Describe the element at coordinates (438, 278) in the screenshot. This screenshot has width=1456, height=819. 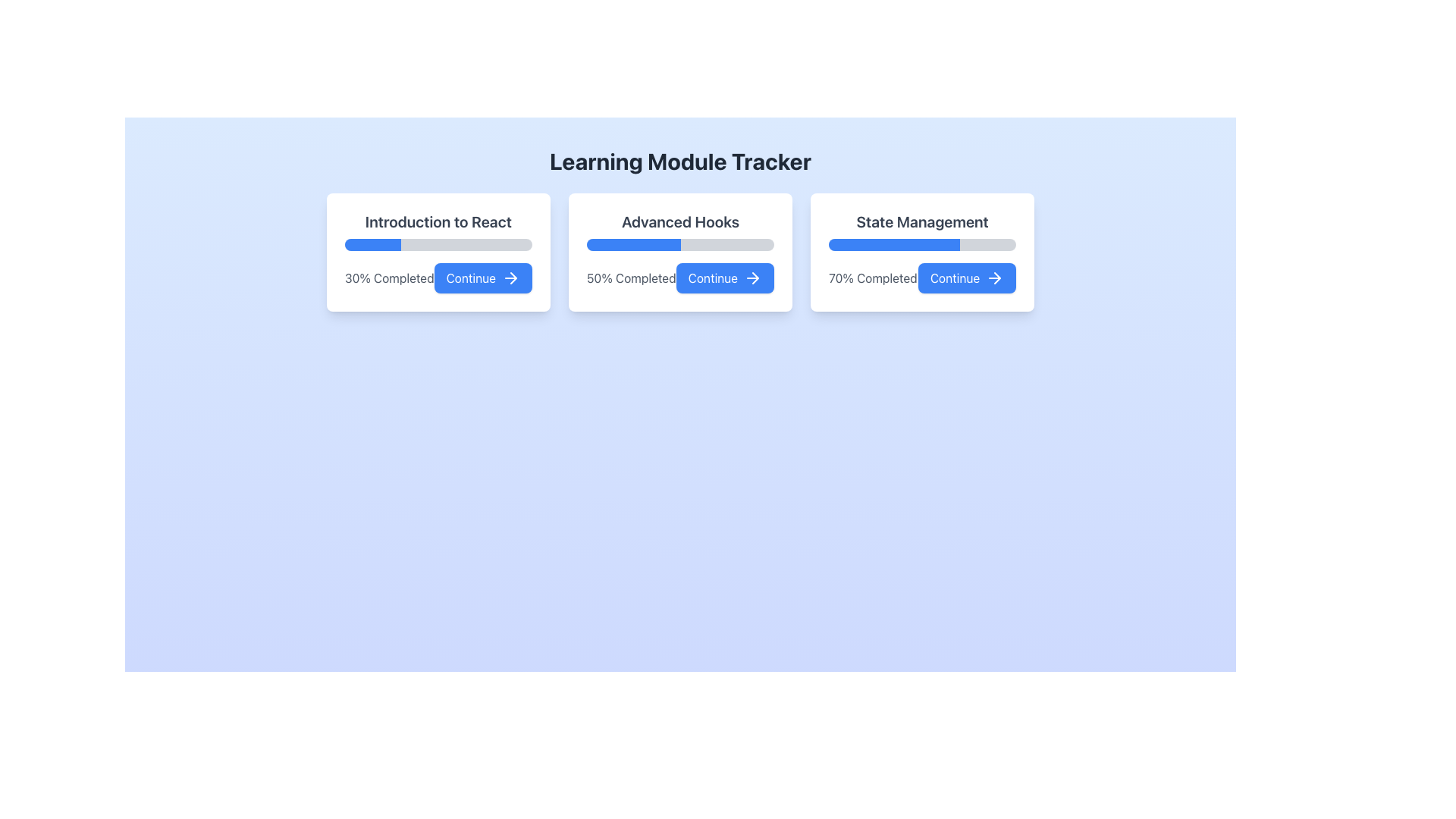
I see `the 'Continue' button with a right arrow icon located at the bottom of the 'Introduction to React' card` at that location.